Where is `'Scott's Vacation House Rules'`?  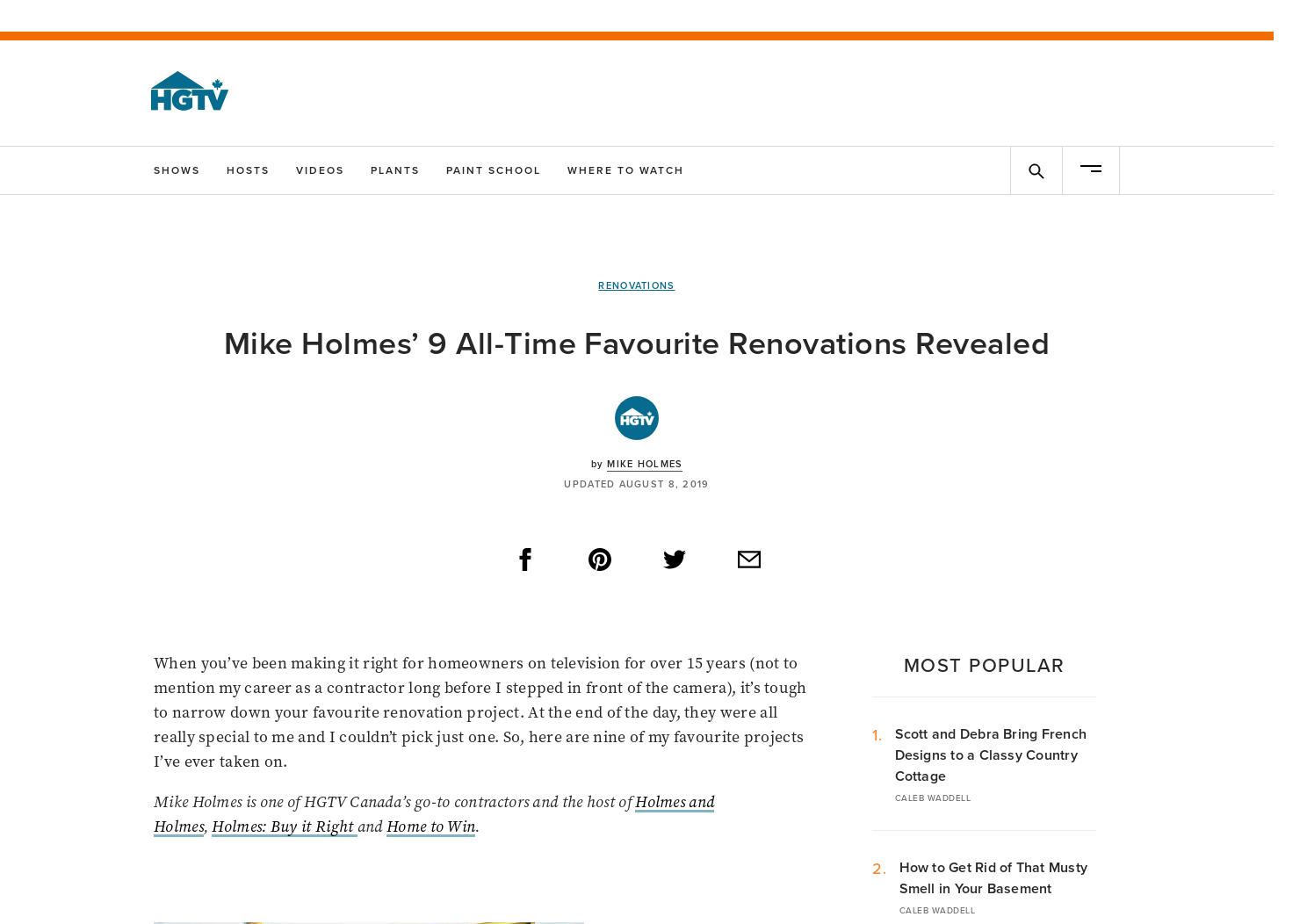
'Scott's Vacation House Rules' is located at coordinates (716, 829).